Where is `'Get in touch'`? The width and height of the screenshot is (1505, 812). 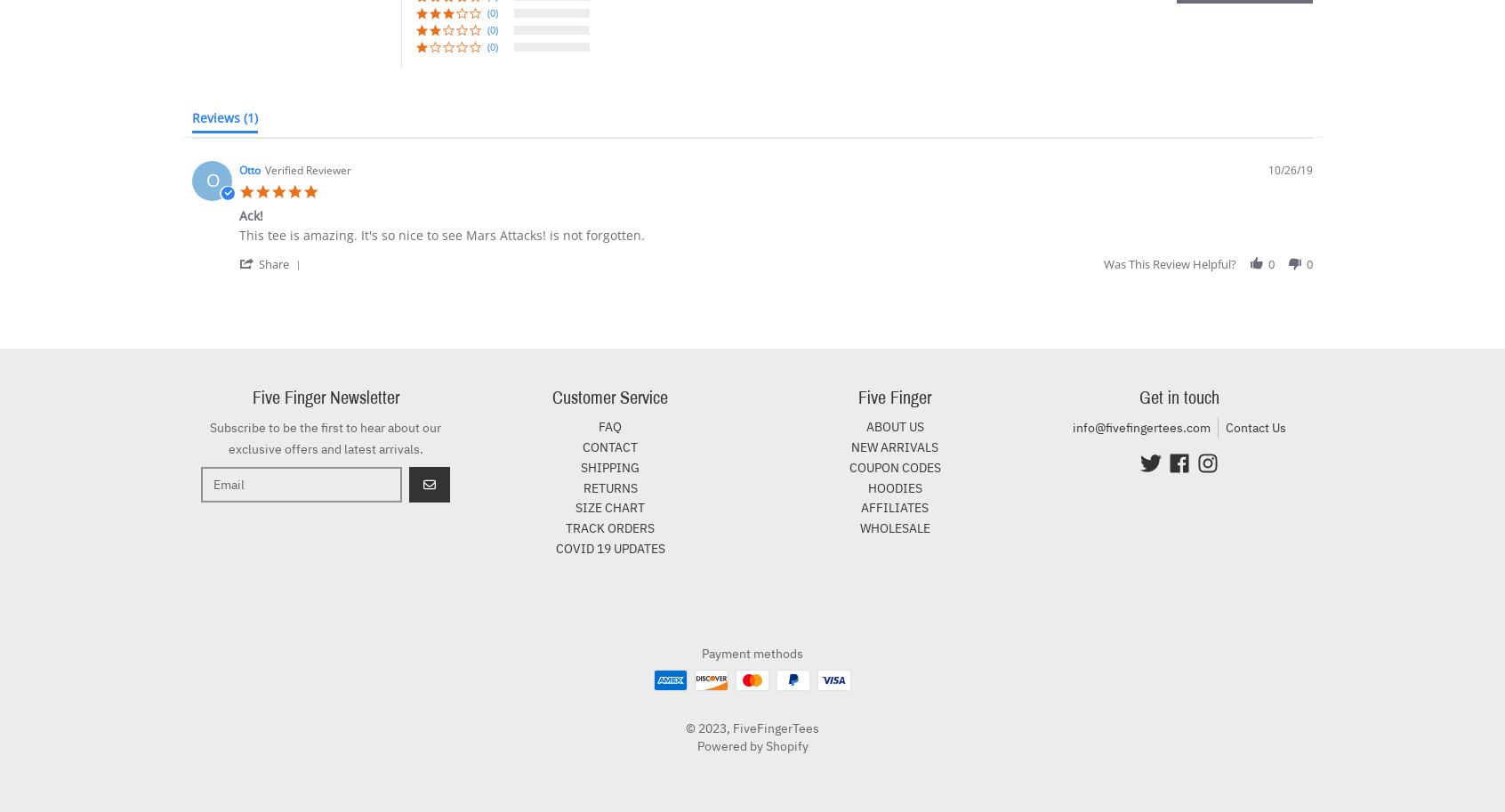
'Get in touch' is located at coordinates (1139, 398).